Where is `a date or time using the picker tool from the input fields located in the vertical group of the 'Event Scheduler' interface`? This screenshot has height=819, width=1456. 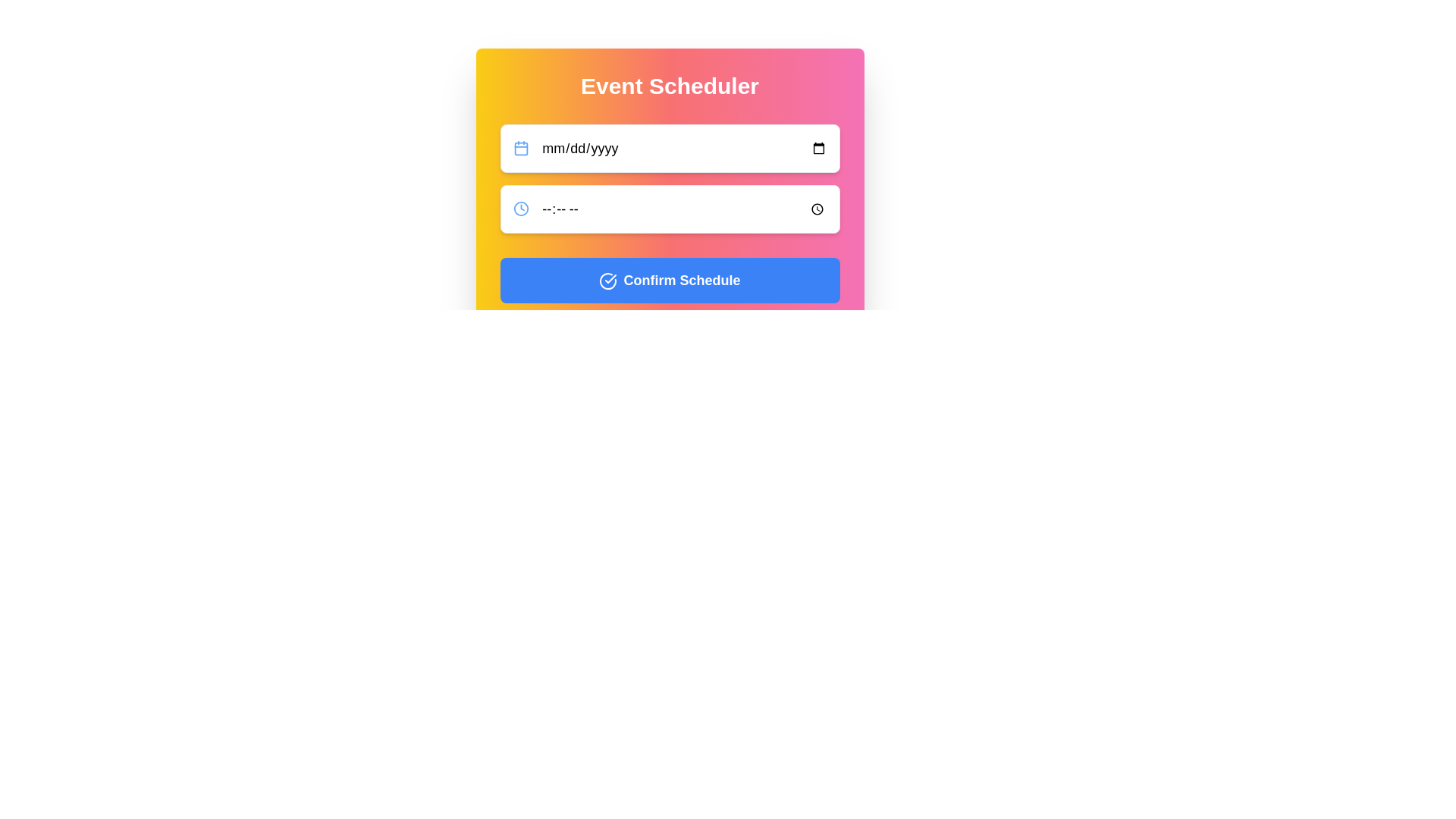 a date or time using the picker tool from the input fields located in the vertical group of the 'Event Scheduler' interface is located at coordinates (669, 177).